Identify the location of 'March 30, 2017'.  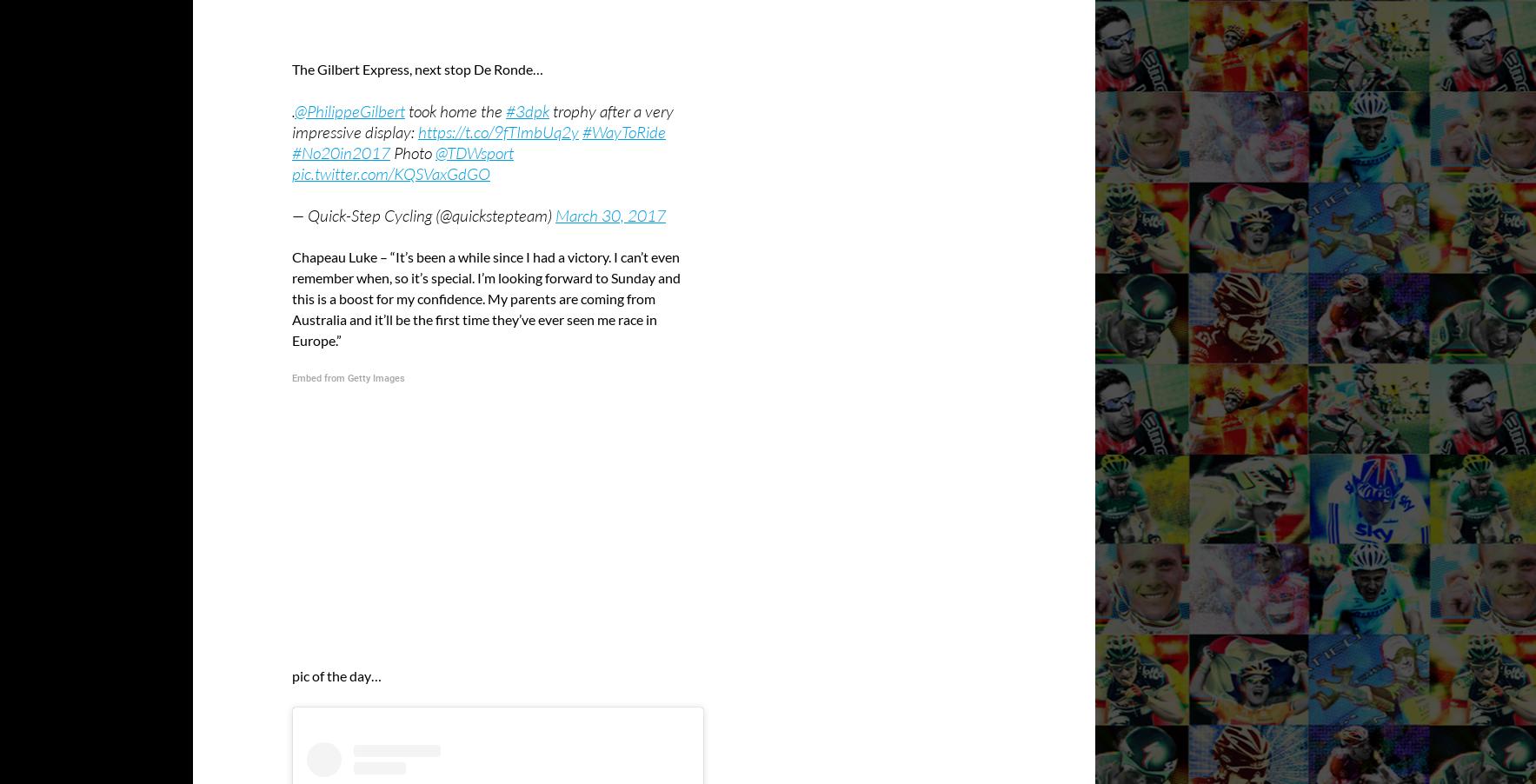
(554, 214).